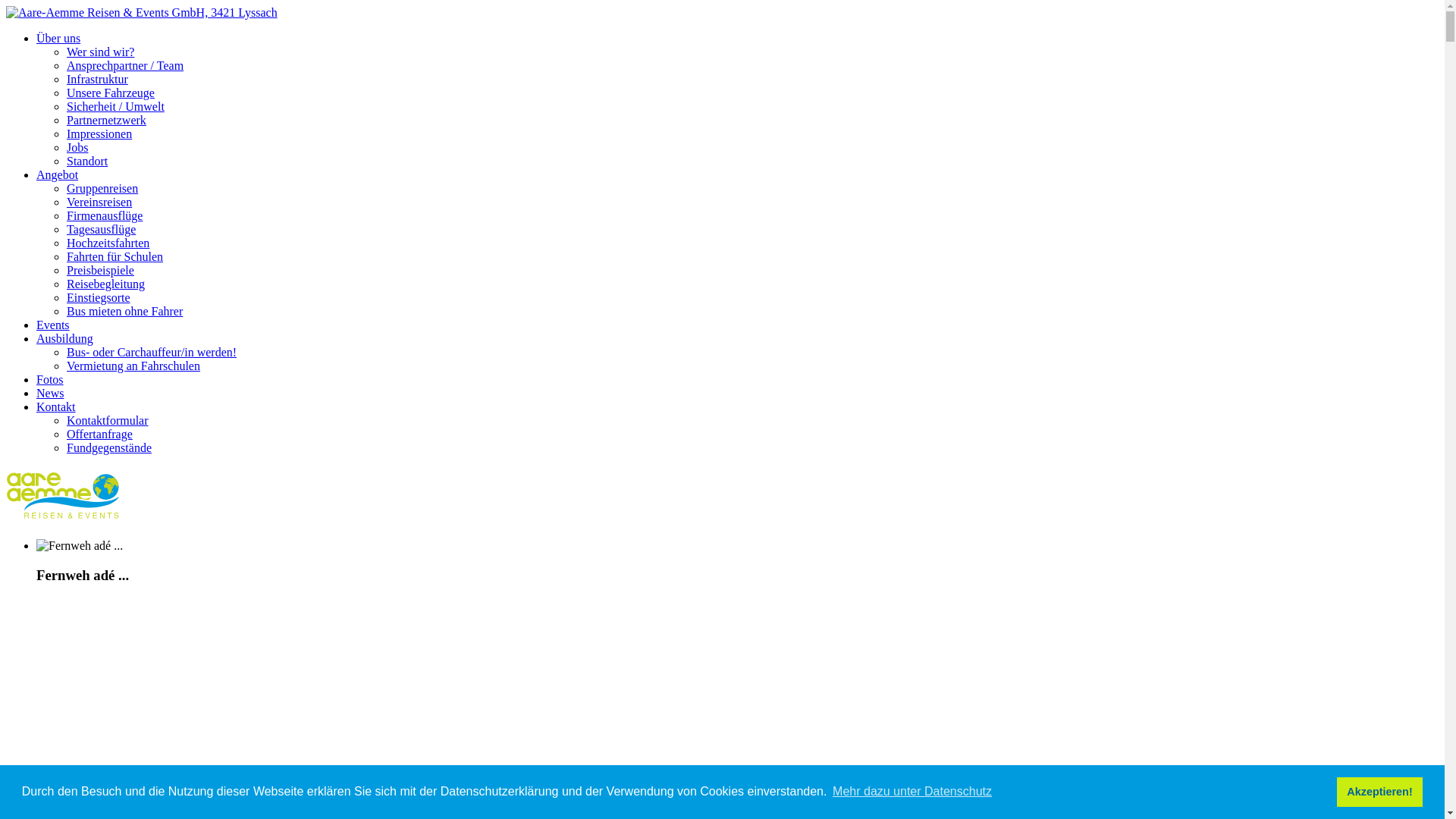  What do you see at coordinates (99, 434) in the screenshot?
I see `'Offertanfrage'` at bounding box center [99, 434].